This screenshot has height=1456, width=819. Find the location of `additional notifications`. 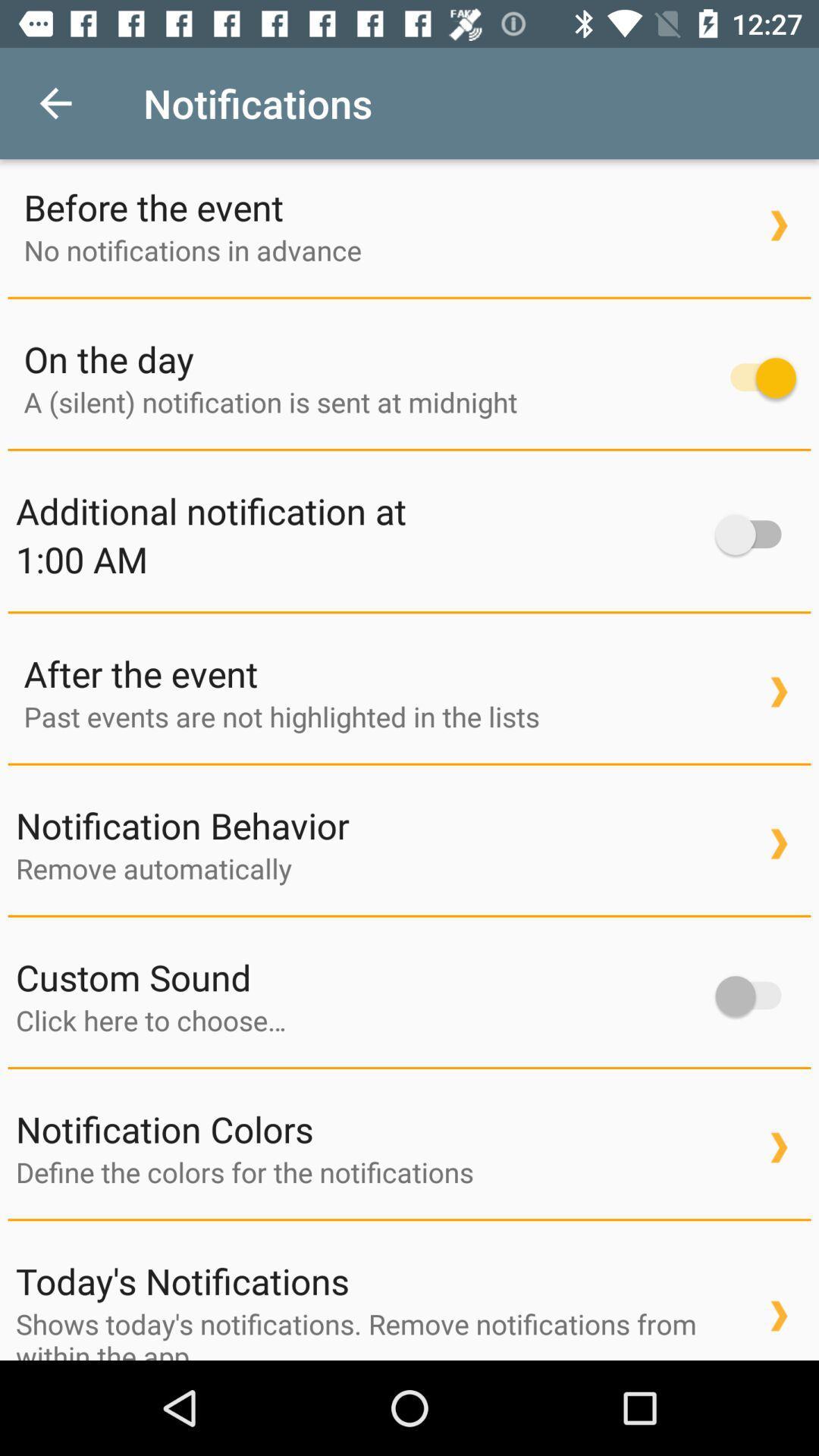

additional notifications is located at coordinates (755, 535).